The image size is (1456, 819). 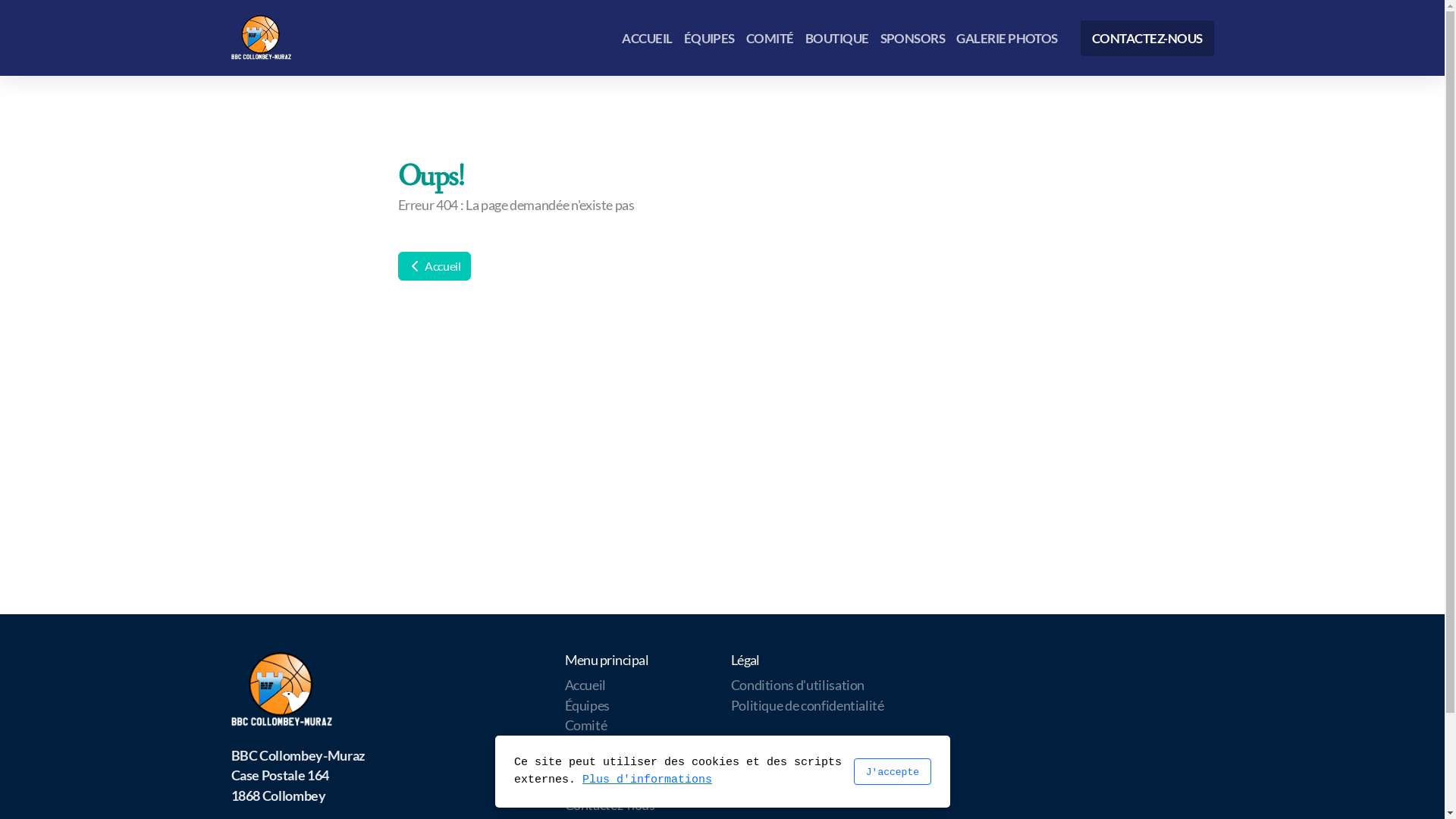 What do you see at coordinates (604, 785) in the screenshot?
I see `'Galerie photos'` at bounding box center [604, 785].